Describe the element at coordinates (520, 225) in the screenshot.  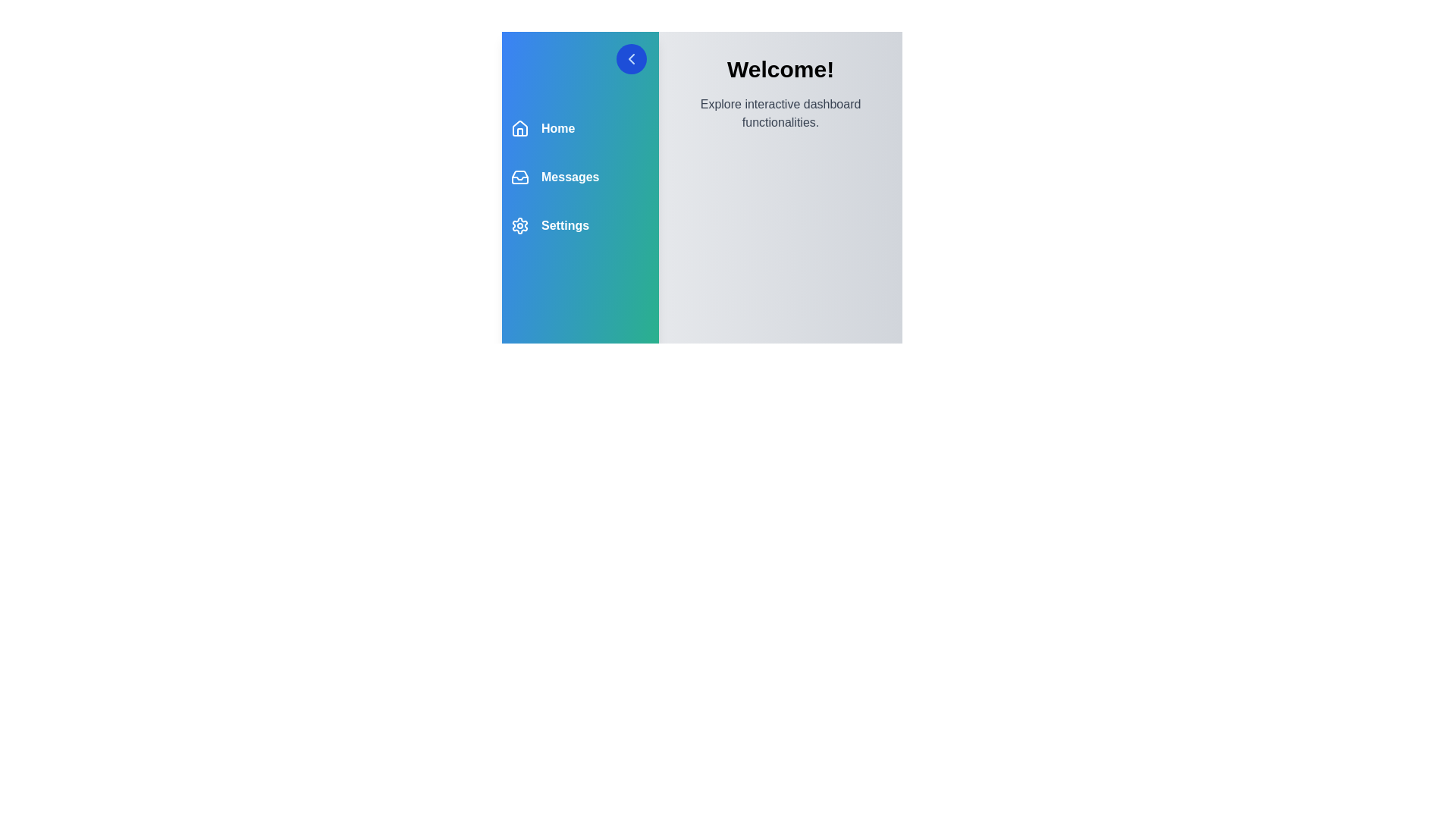
I see `the settings menu icon located in the left-hand navigation pane, positioned between 'Messages' and 'Settings'` at that location.